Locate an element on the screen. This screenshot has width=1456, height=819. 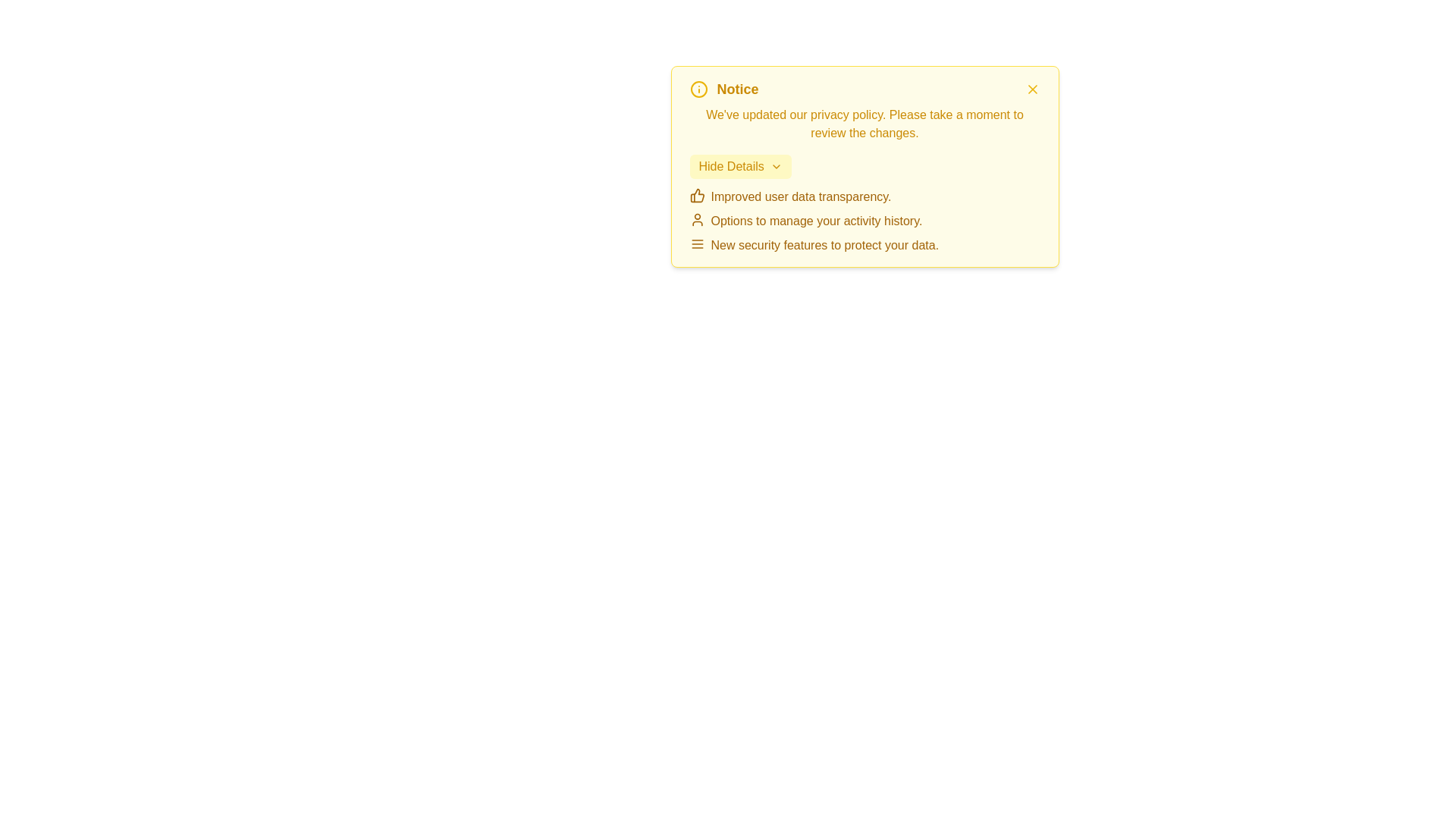
the user profile icon, which is a circular head shape above a semi-circular body outline, to visually associate it with the context of activity history is located at coordinates (696, 219).